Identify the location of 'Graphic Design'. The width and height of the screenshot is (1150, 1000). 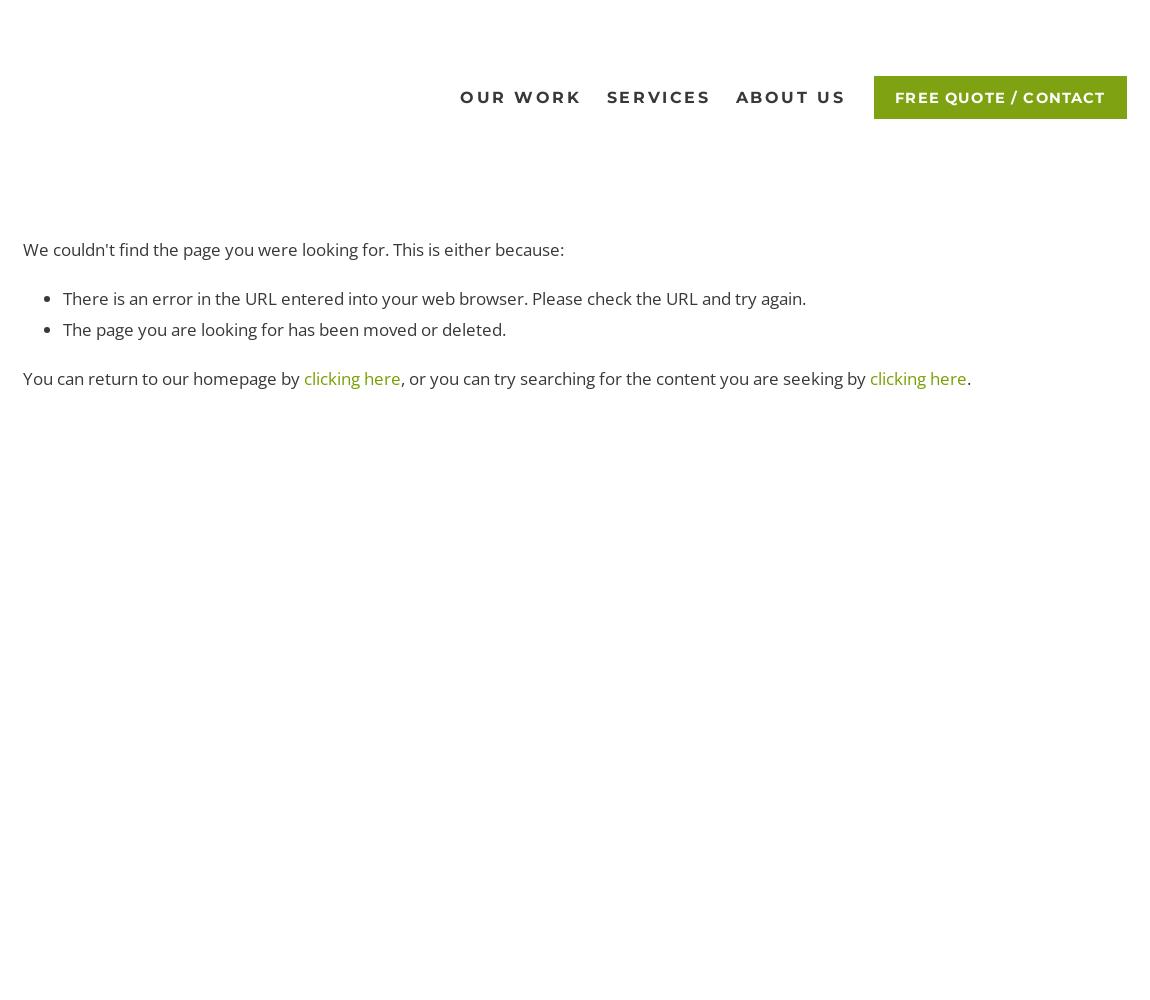
(515, 161).